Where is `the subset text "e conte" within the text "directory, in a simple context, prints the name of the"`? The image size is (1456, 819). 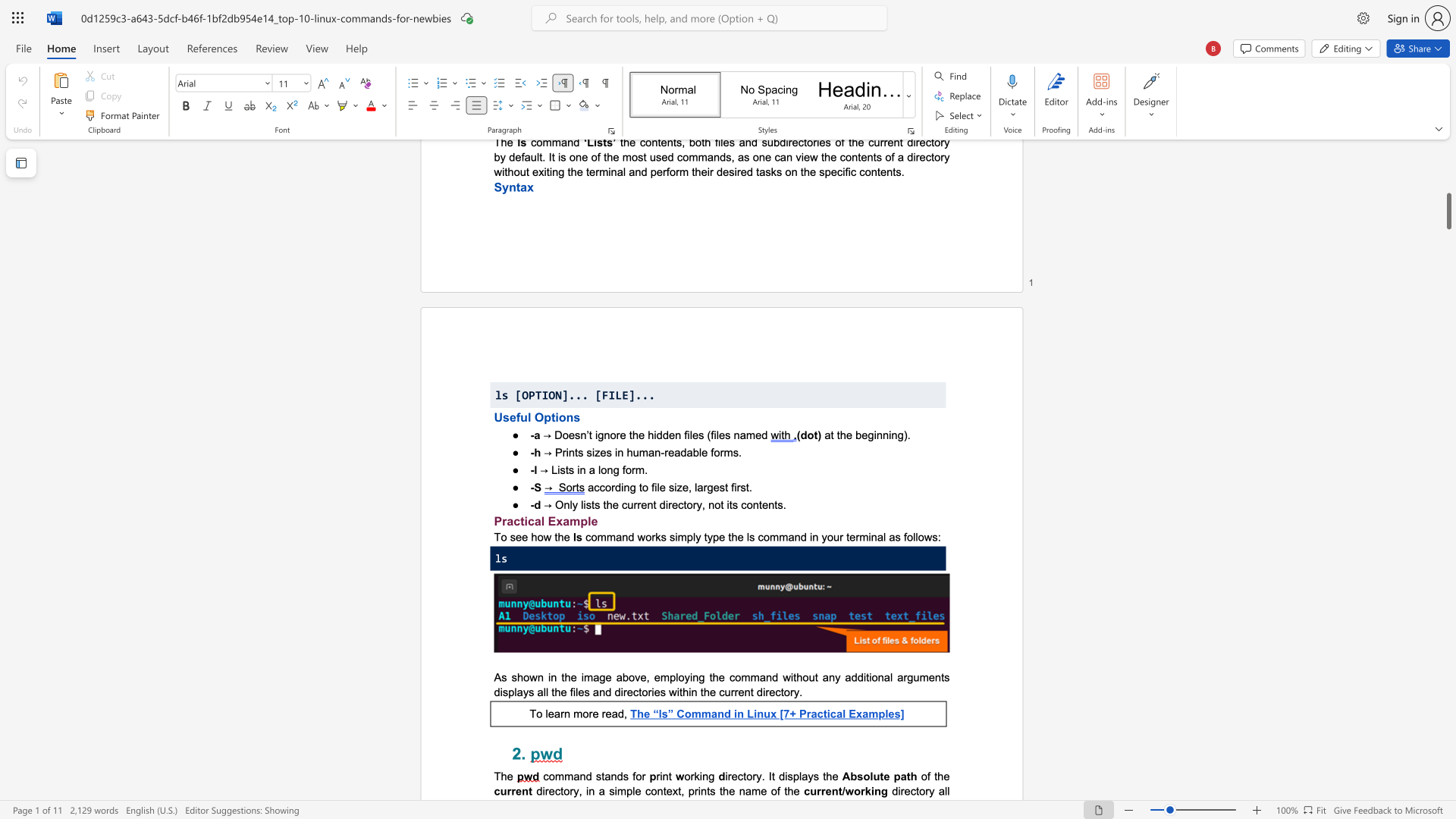 the subset text "e conte" within the text "directory, in a simple context, prints the name of the" is located at coordinates (635, 790).